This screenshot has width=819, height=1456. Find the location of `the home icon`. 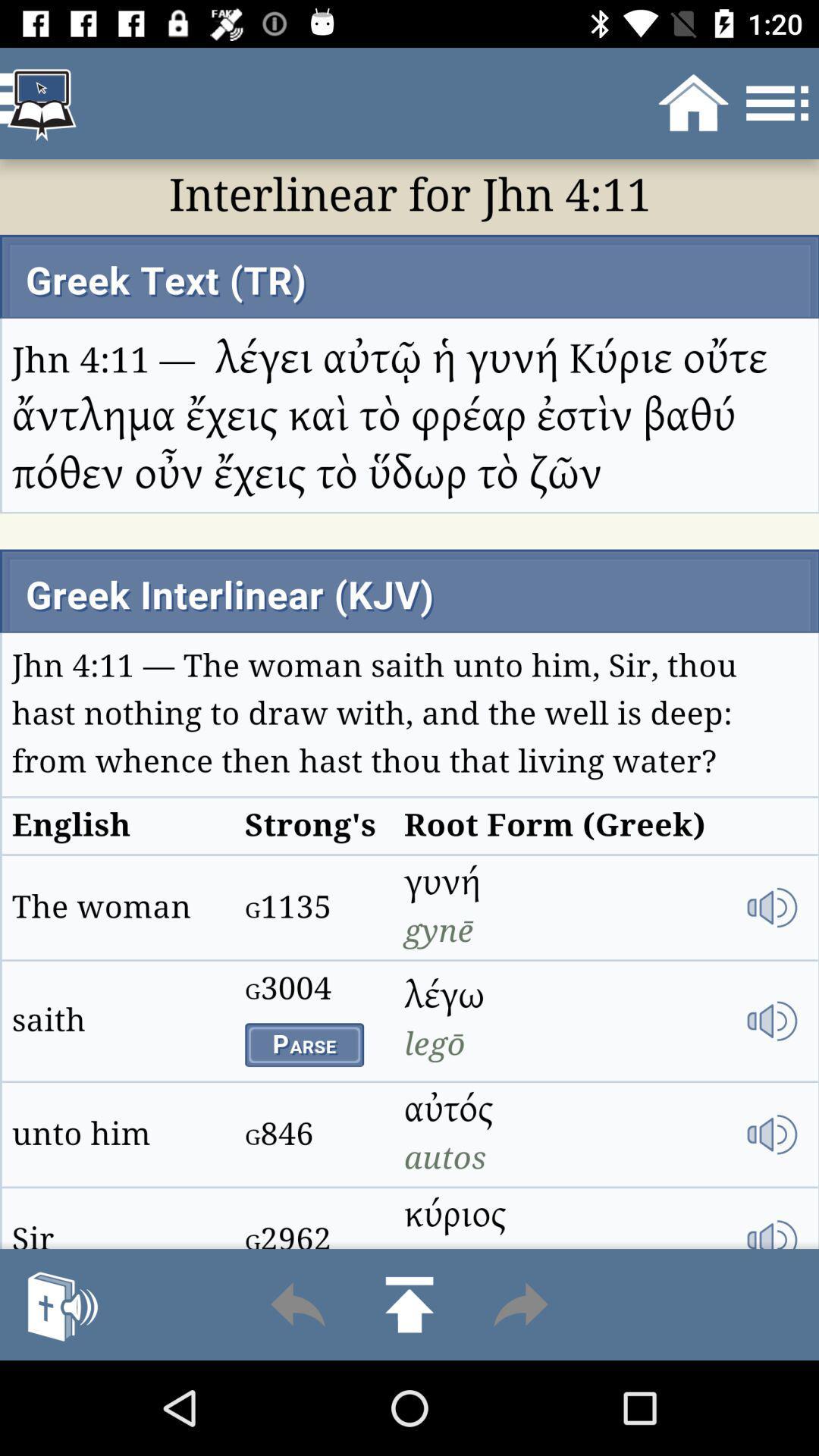

the home icon is located at coordinates (409, 1304).